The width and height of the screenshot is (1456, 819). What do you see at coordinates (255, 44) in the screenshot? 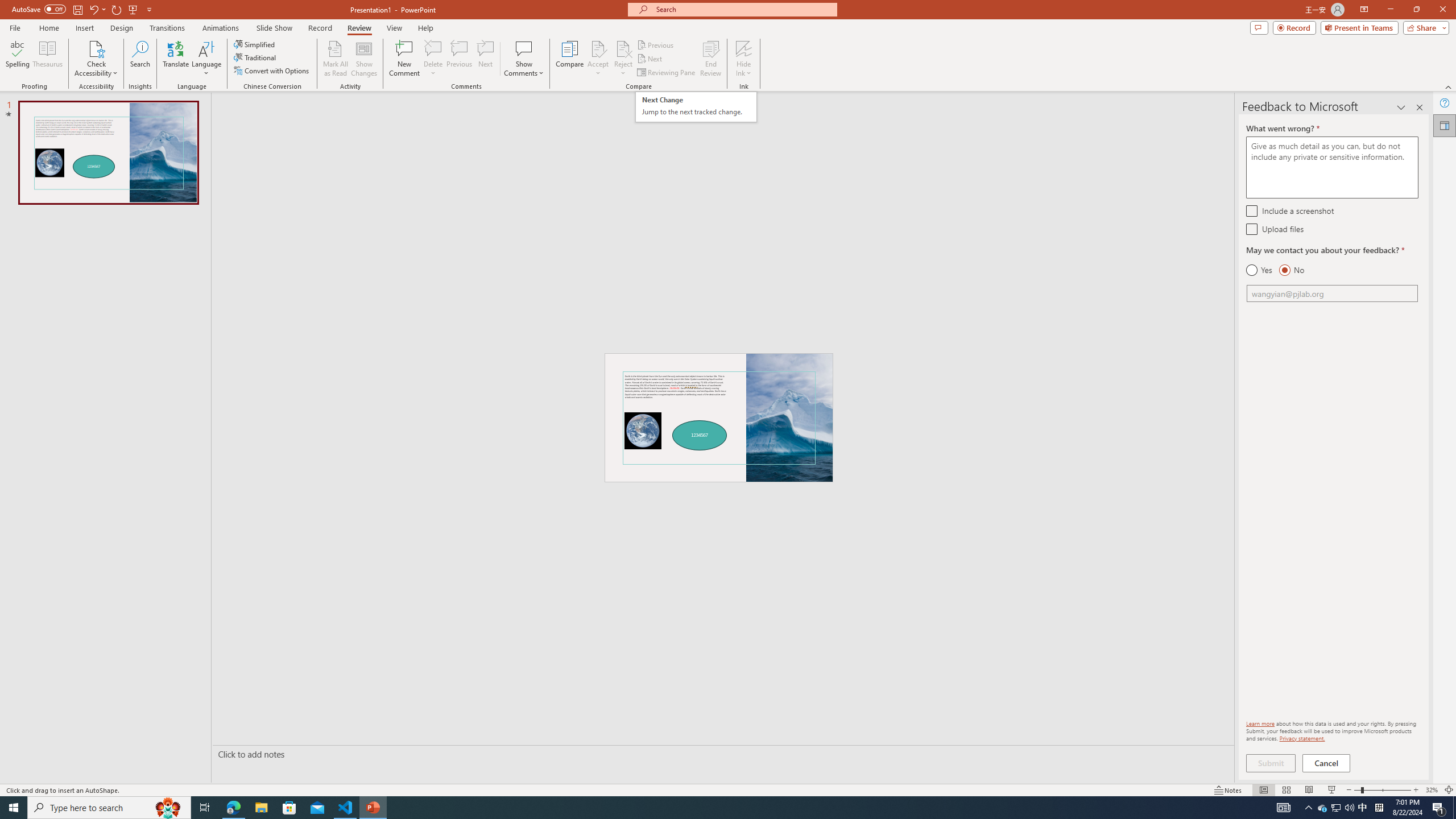
I see `'Simplified'` at bounding box center [255, 44].